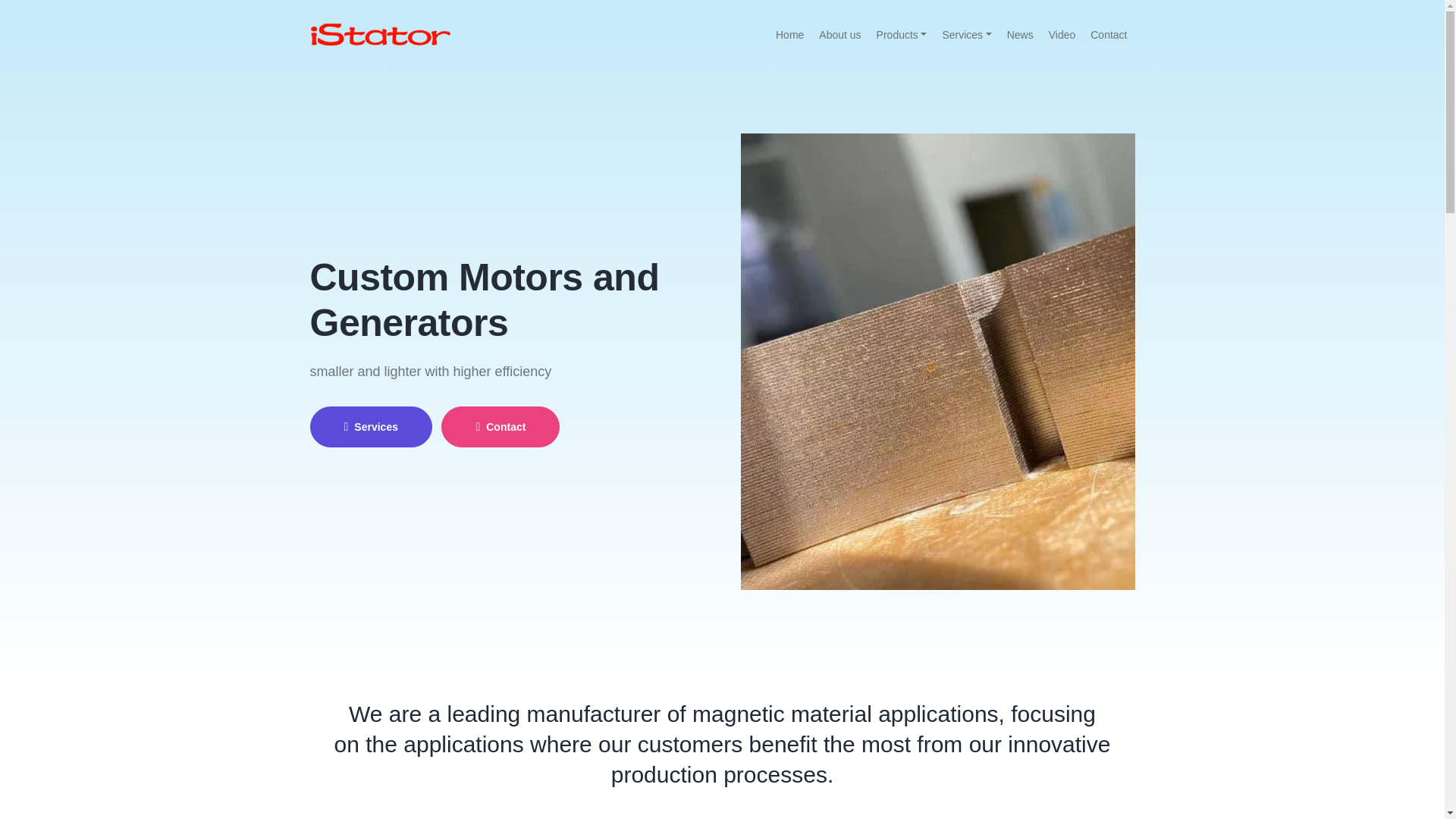 The width and height of the screenshot is (1456, 819). What do you see at coordinates (999, 34) in the screenshot?
I see `'News'` at bounding box center [999, 34].